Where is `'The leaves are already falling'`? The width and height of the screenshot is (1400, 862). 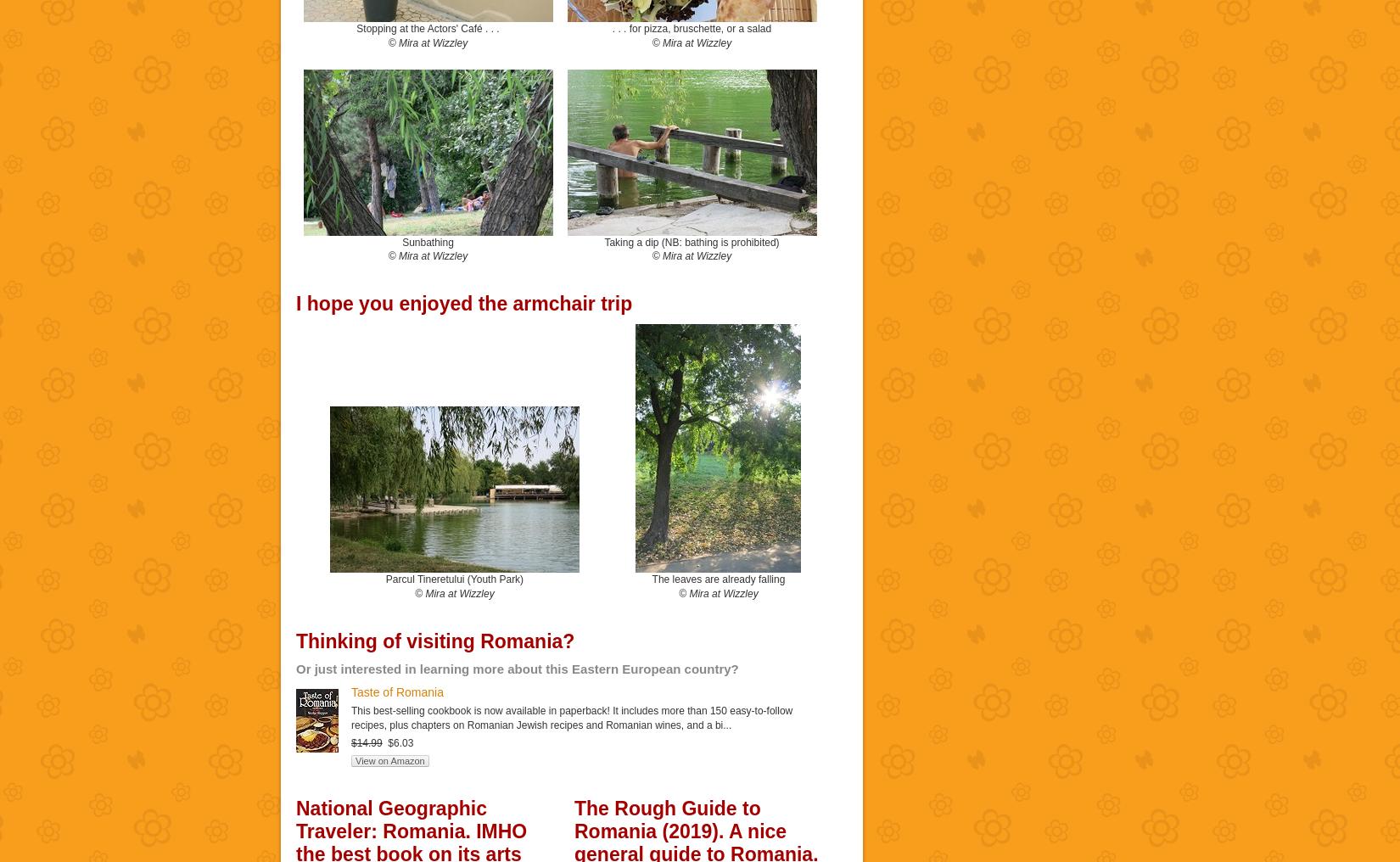
'The leaves are already falling' is located at coordinates (718, 578).